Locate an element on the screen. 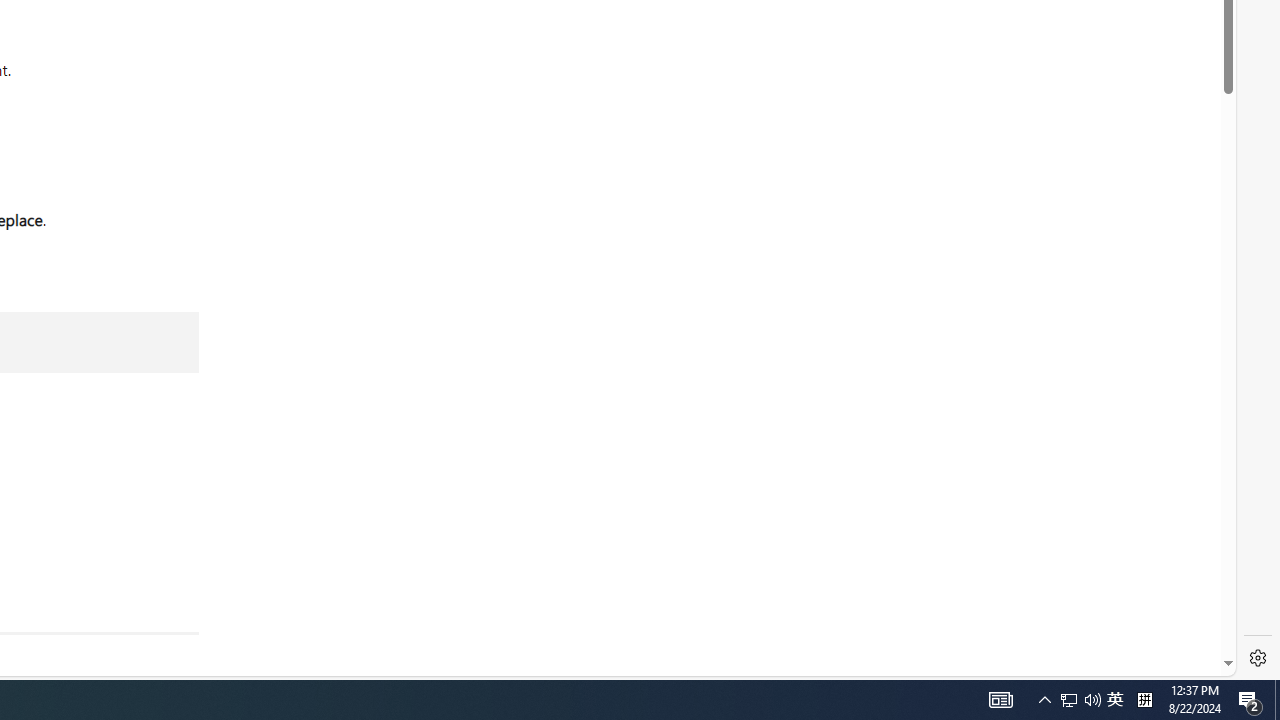 This screenshot has height=720, width=1280. 'Settings' is located at coordinates (1257, 658).